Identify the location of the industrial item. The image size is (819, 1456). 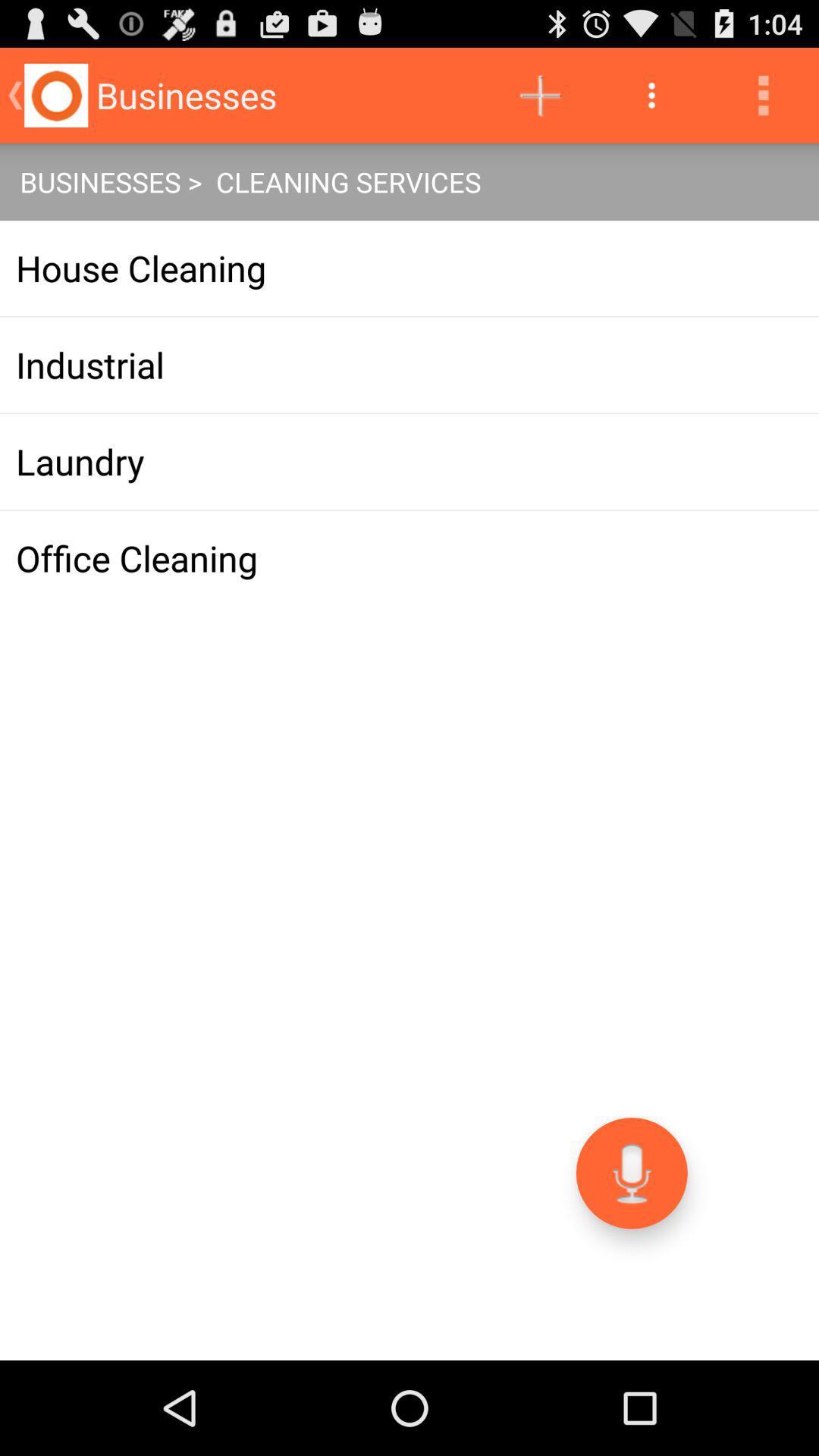
(409, 365).